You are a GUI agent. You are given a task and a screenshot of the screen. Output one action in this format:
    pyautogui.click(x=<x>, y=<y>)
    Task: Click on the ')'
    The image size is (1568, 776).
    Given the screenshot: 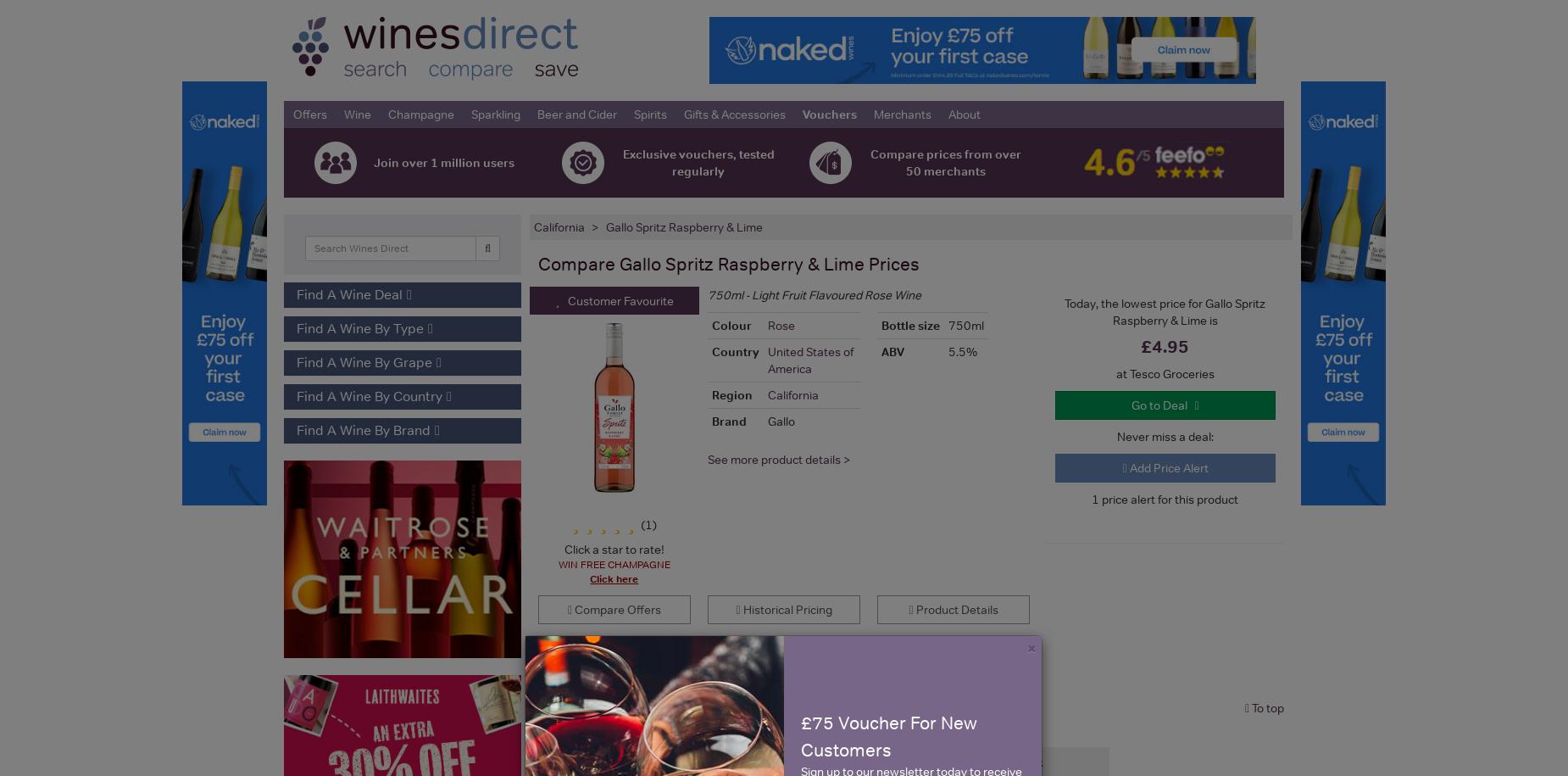 What is the action you would take?
    pyautogui.click(x=652, y=523)
    